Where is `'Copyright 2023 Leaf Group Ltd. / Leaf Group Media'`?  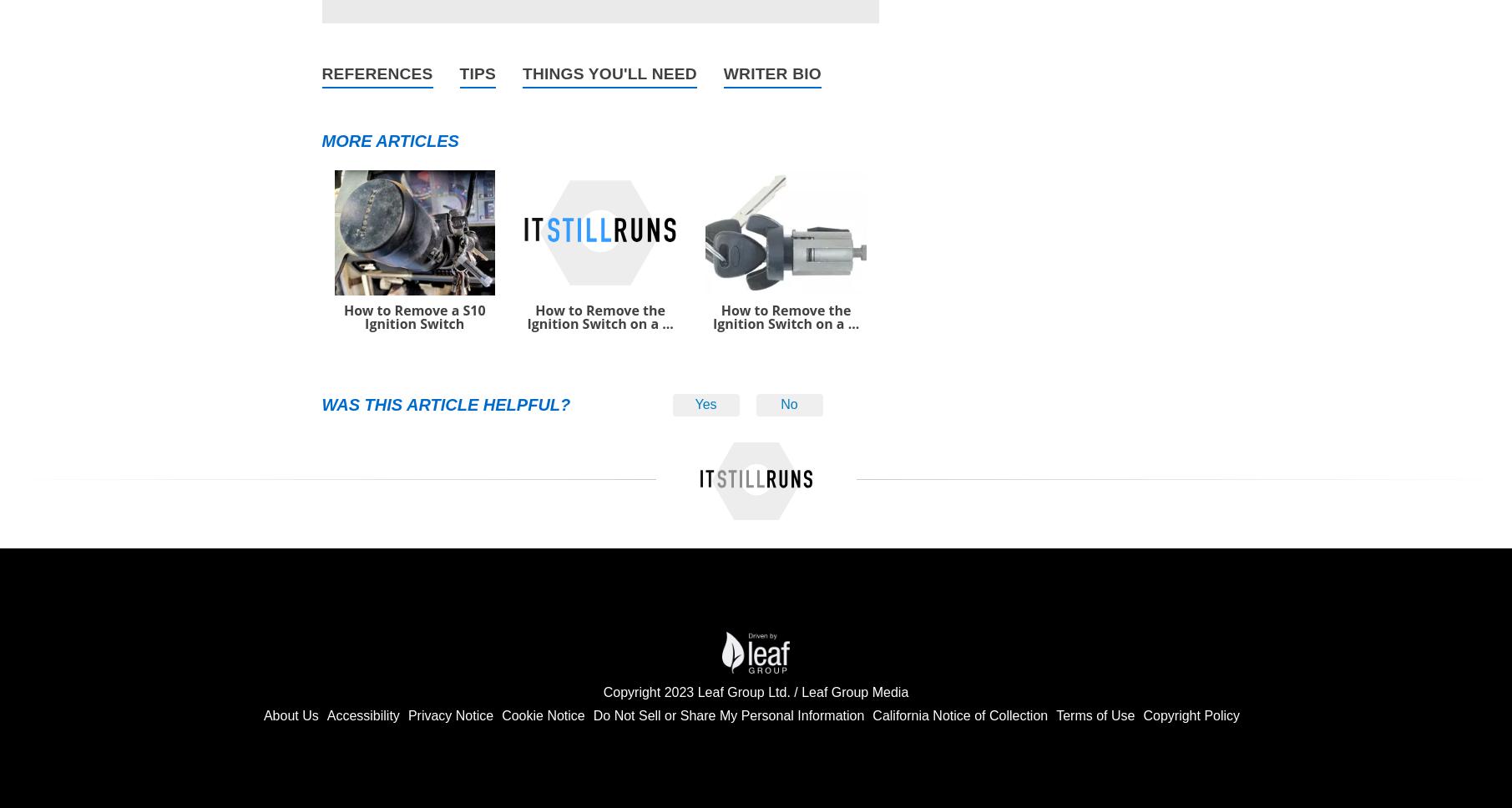
'Copyright 2023 Leaf Group Ltd. / Leaf Group Media' is located at coordinates (602, 691).